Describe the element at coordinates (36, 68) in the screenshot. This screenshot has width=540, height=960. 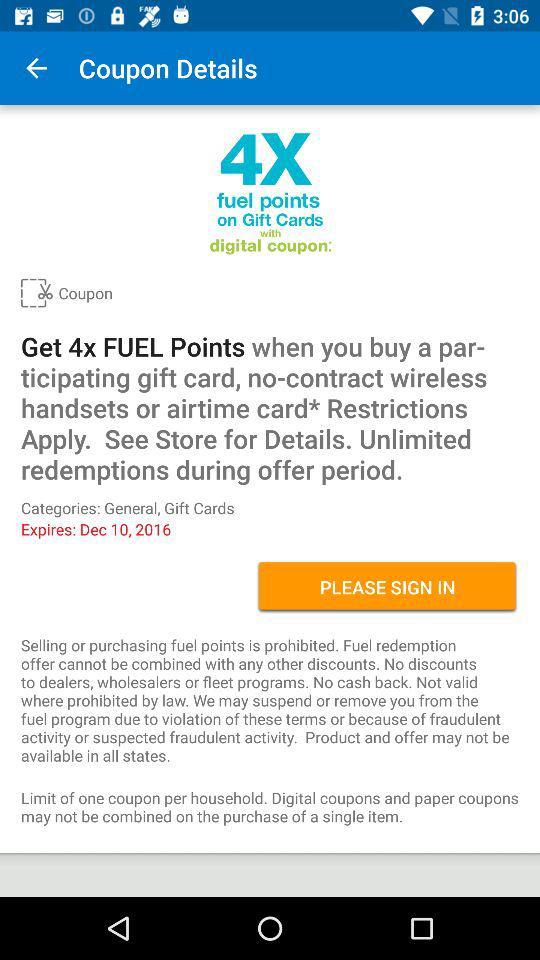
I see `icon above coupon item` at that location.